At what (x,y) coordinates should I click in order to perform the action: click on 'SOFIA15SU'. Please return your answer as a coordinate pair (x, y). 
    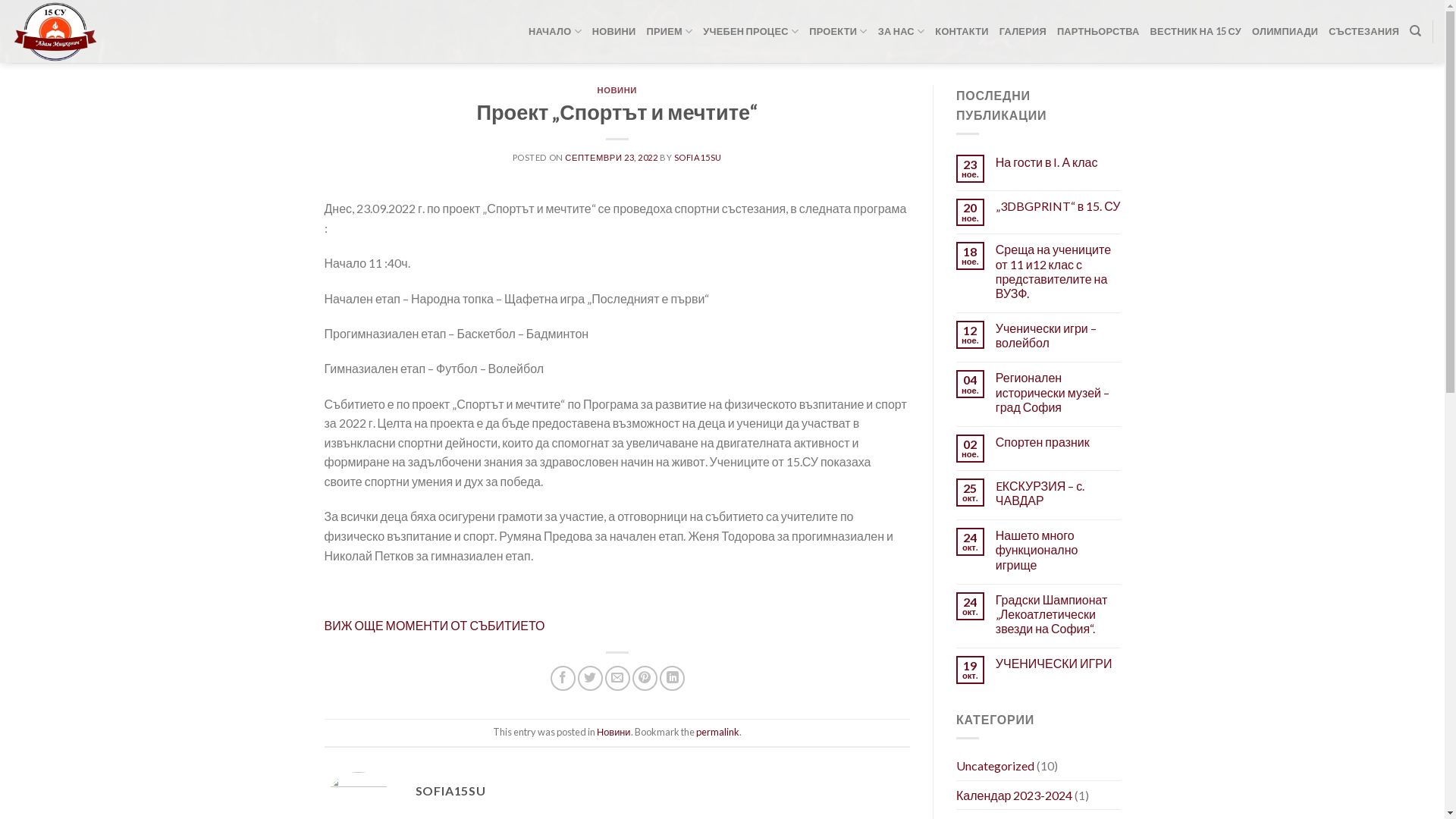
    Looking at the image, I should click on (673, 157).